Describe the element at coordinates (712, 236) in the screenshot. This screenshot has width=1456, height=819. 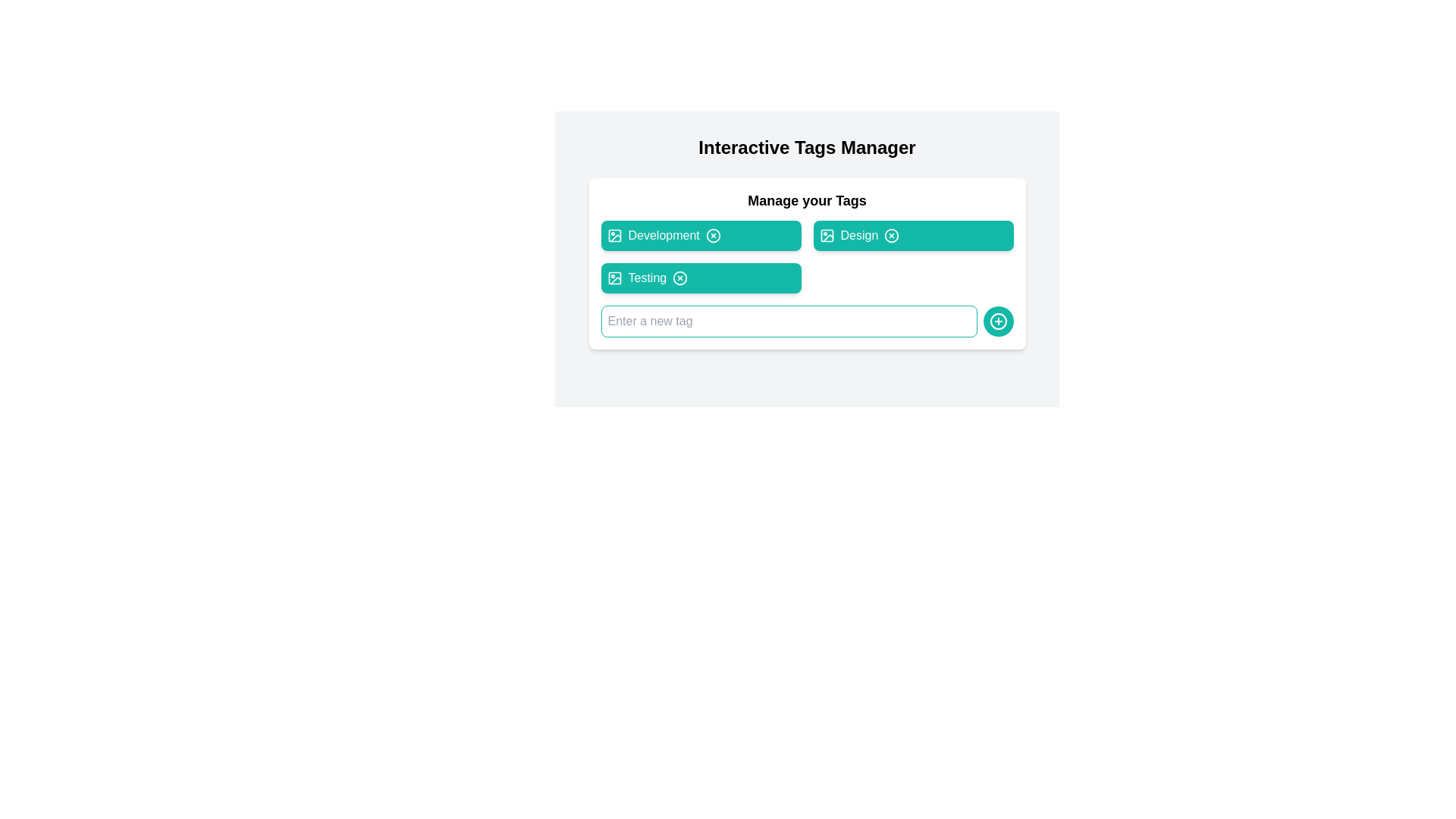
I see `the delete button associated with the 'Development' tag` at that location.